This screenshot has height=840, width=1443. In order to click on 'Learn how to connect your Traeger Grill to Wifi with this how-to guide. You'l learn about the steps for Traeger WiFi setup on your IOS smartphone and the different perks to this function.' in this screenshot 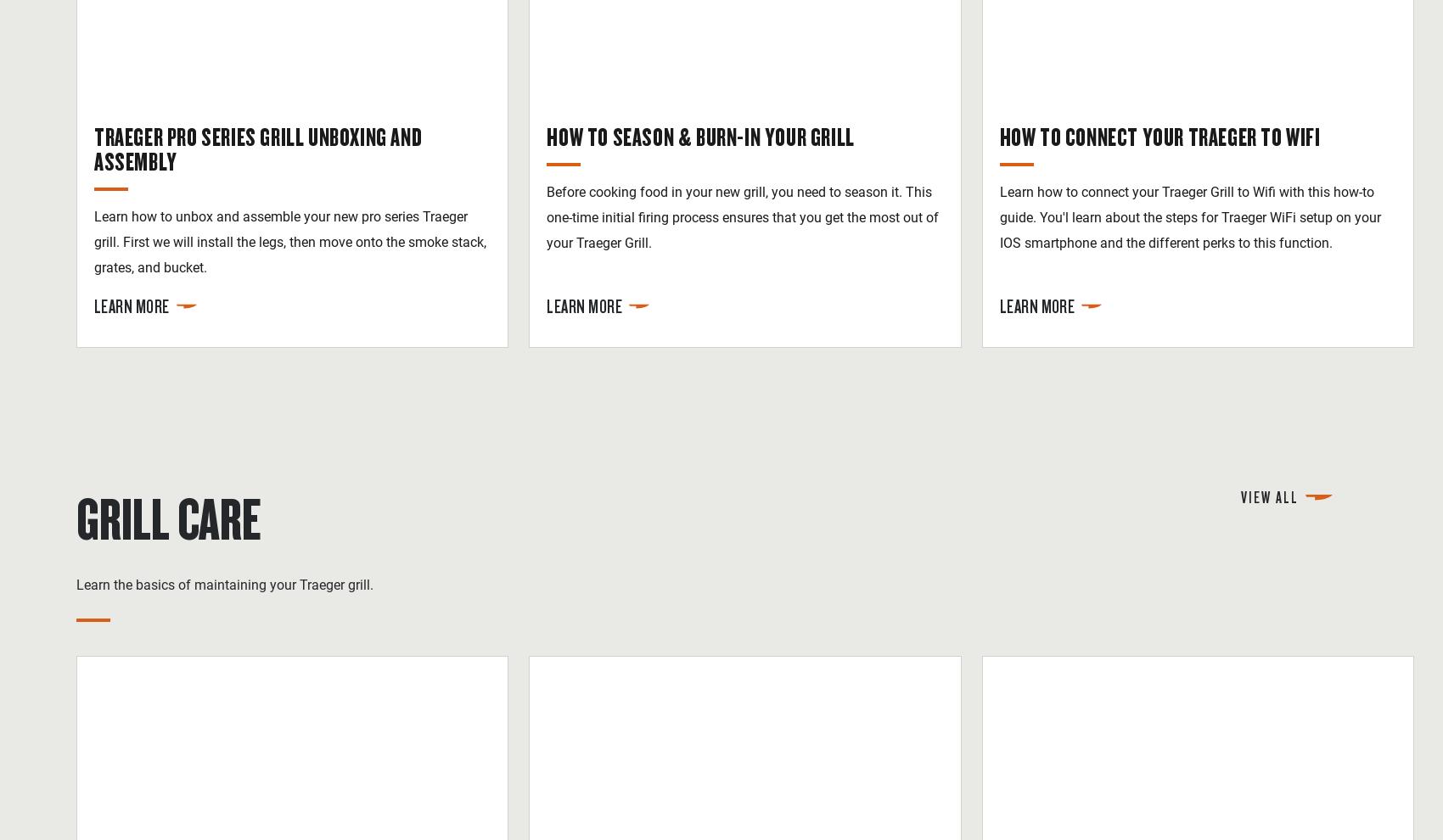, I will do `click(1188, 216)`.